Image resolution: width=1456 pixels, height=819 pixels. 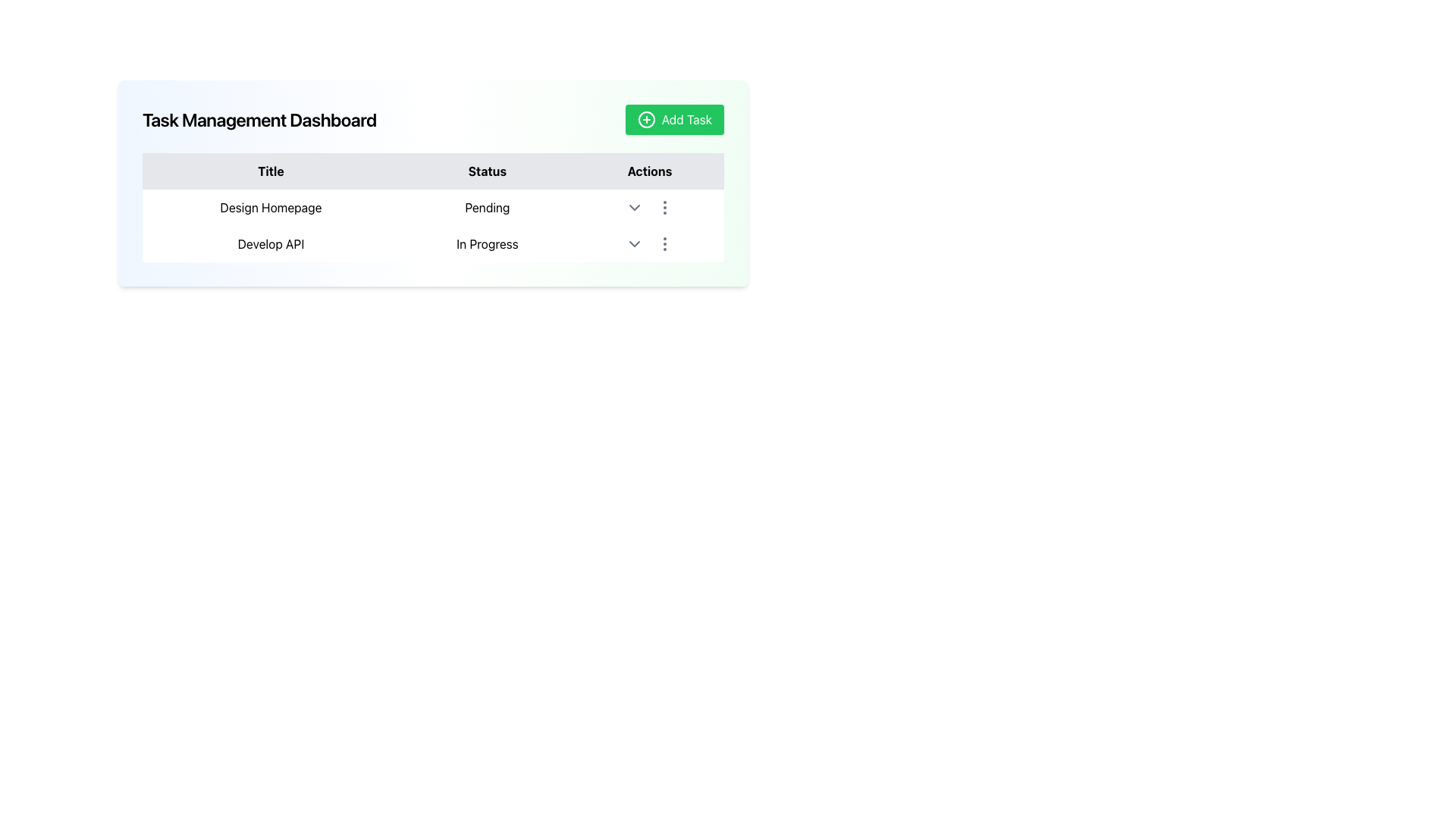 I want to click on the Static text label that serves as the non-interactive header for the 'Actions' column in the table, so click(x=649, y=171).